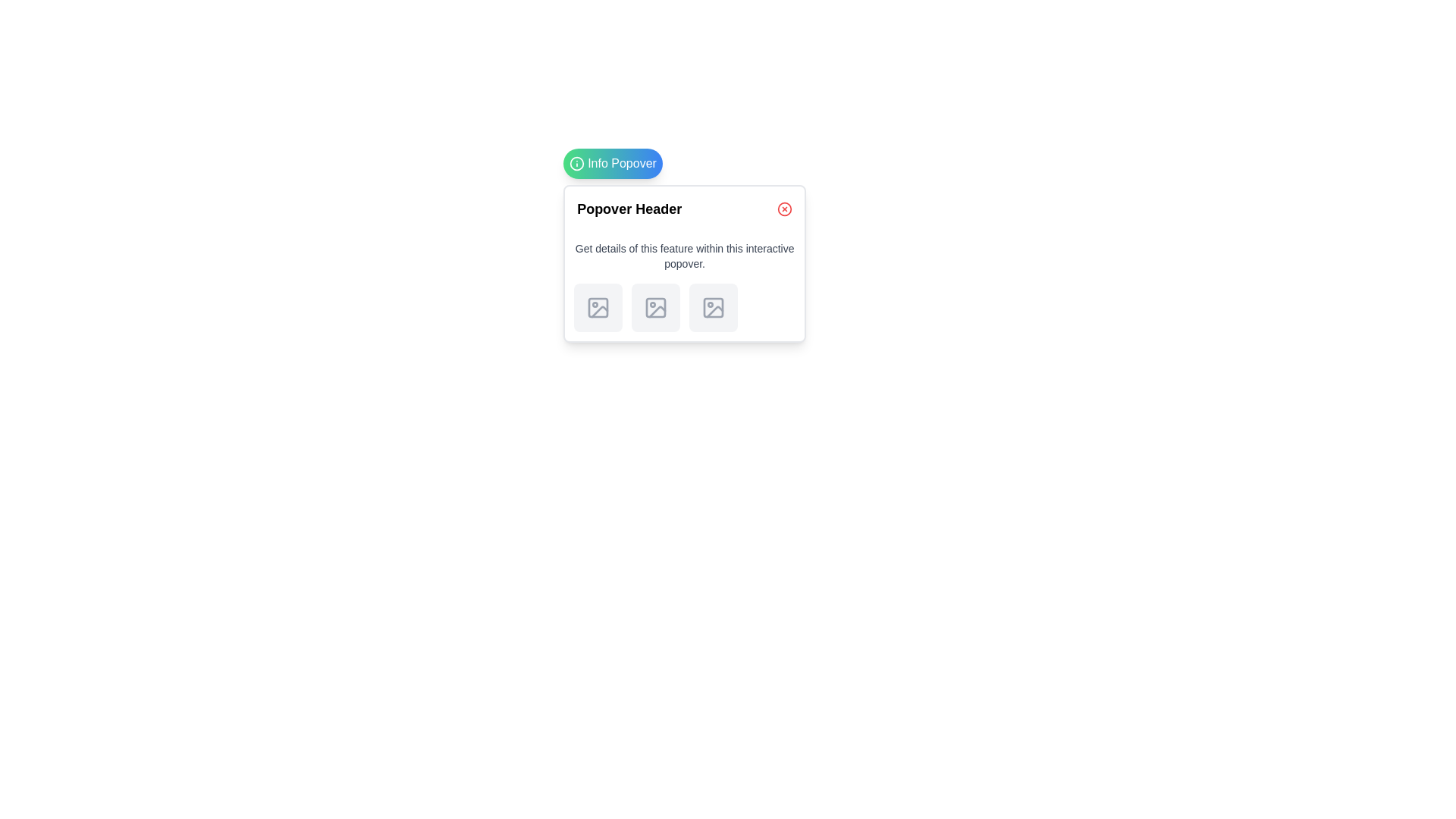 This screenshot has width=1456, height=819. I want to click on the illustrative icon representing 'no image available' or 'image-related action' located on the rightmost side within the 'Popover Header' box, so click(713, 307).